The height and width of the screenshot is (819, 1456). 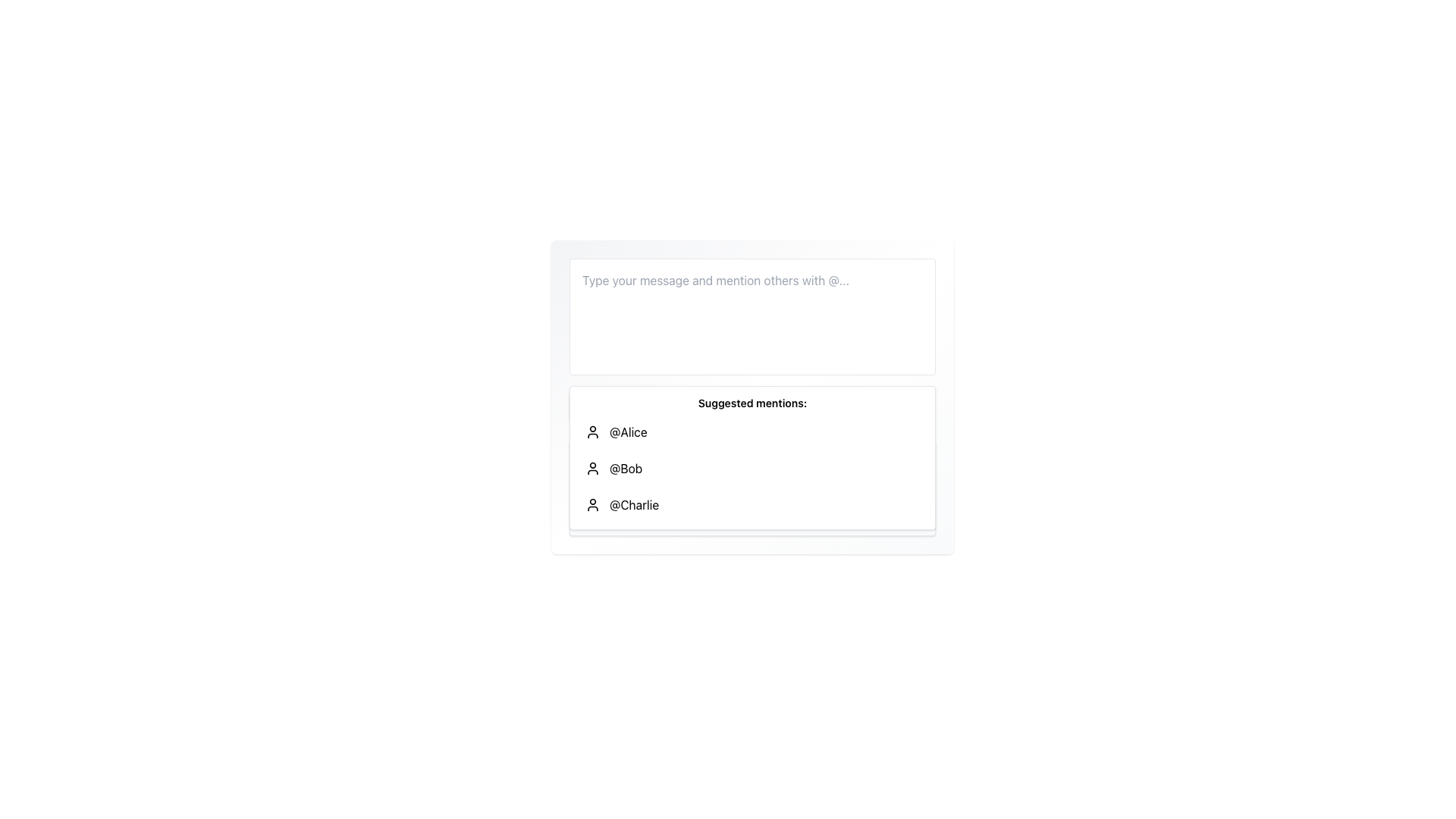 What do you see at coordinates (752, 403) in the screenshot?
I see `text from the bold text label that states 'Suggested mentions:' located at the top of the dropdown-like suggestion box` at bounding box center [752, 403].